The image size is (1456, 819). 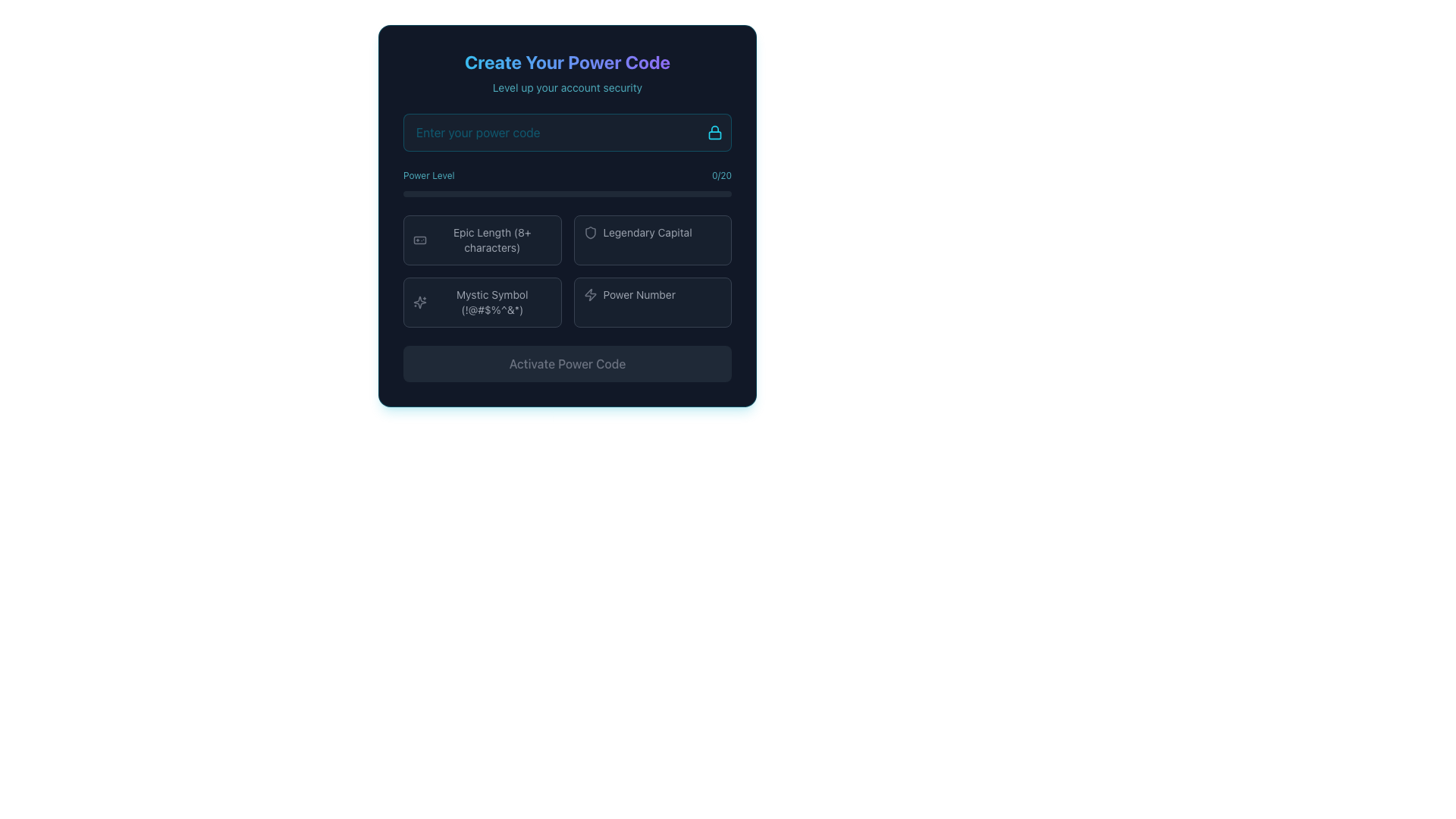 I want to click on the static text label displaying 'Legendary Capital', which is styled in a small-sized grayish font and located right-aligned next to a shield-like icon, so click(x=648, y=233).